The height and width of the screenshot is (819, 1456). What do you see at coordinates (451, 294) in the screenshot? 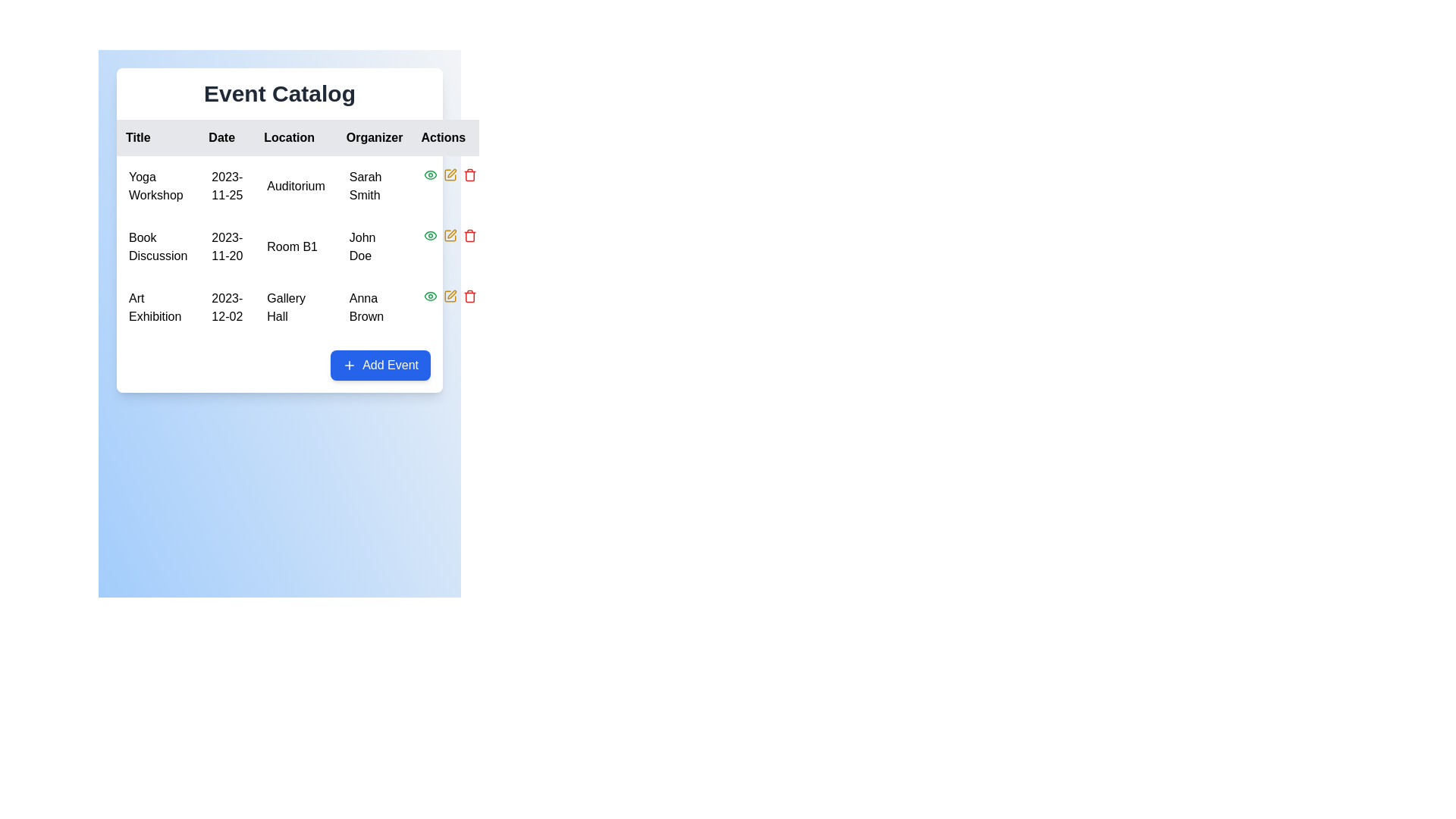
I see `the edit button icon, which is a pen-shaped icon located at the far right of the last row in the data table` at bounding box center [451, 294].